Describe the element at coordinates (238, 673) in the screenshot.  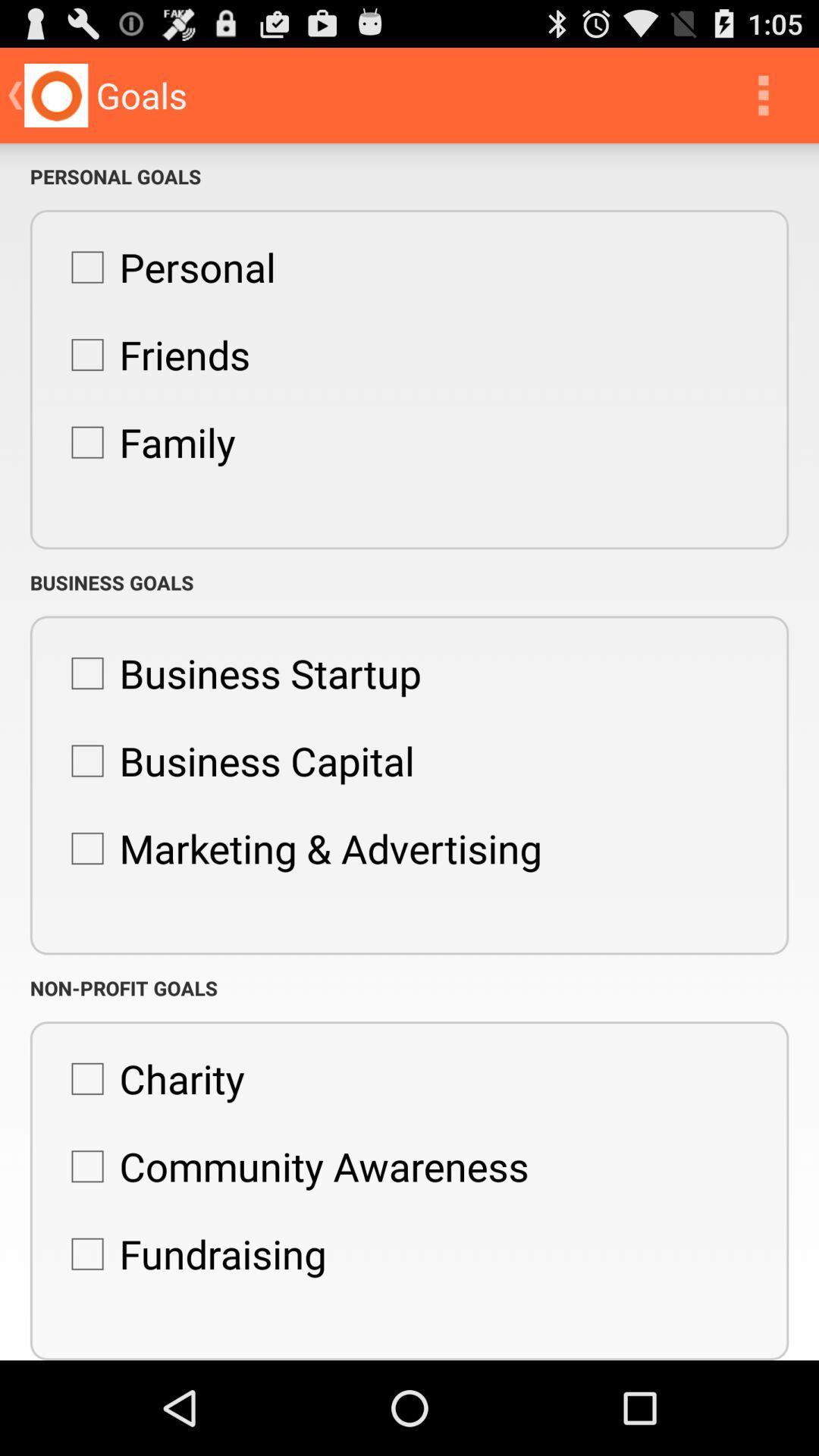
I see `business startup item` at that location.